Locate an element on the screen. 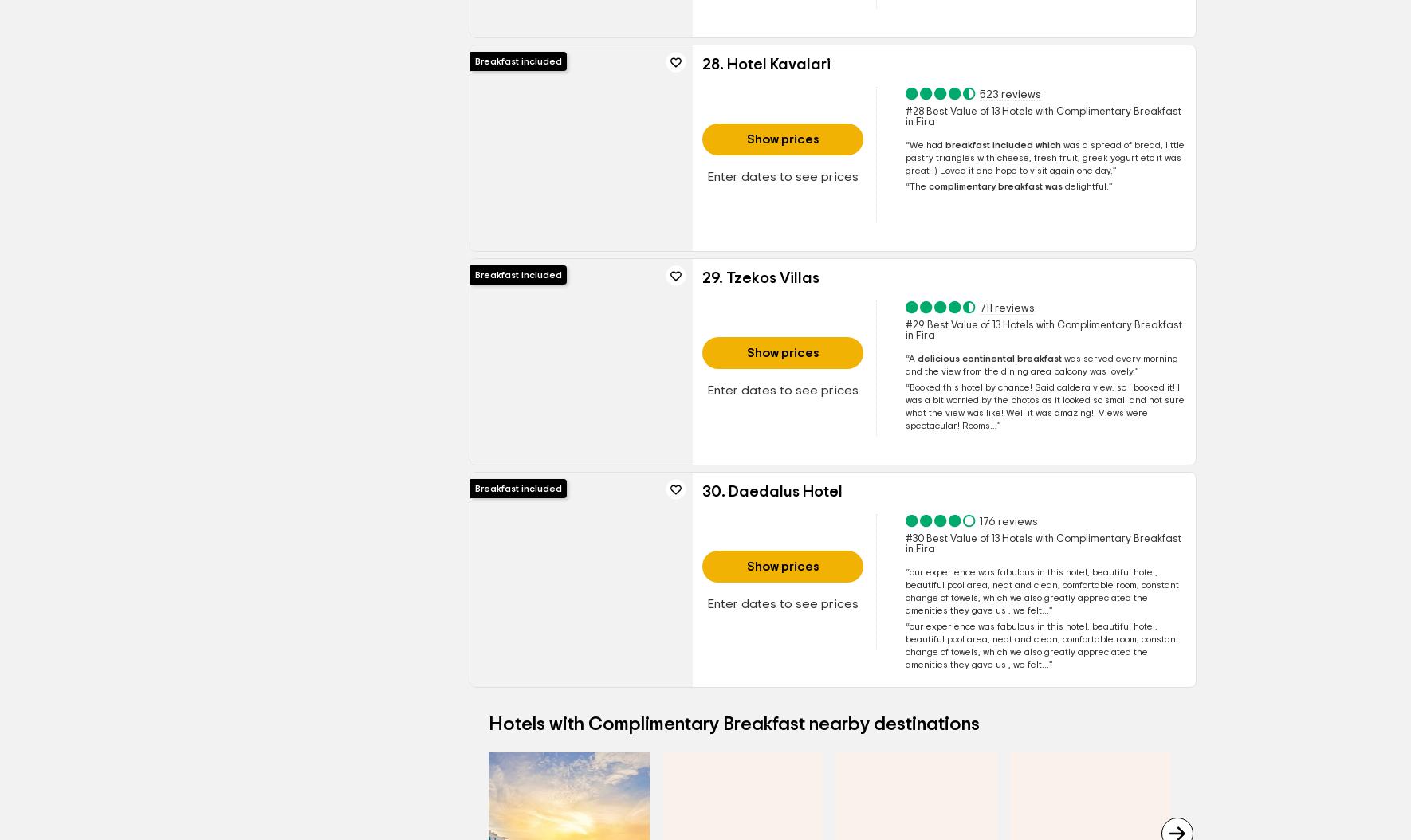  'We had' is located at coordinates (926, 144).